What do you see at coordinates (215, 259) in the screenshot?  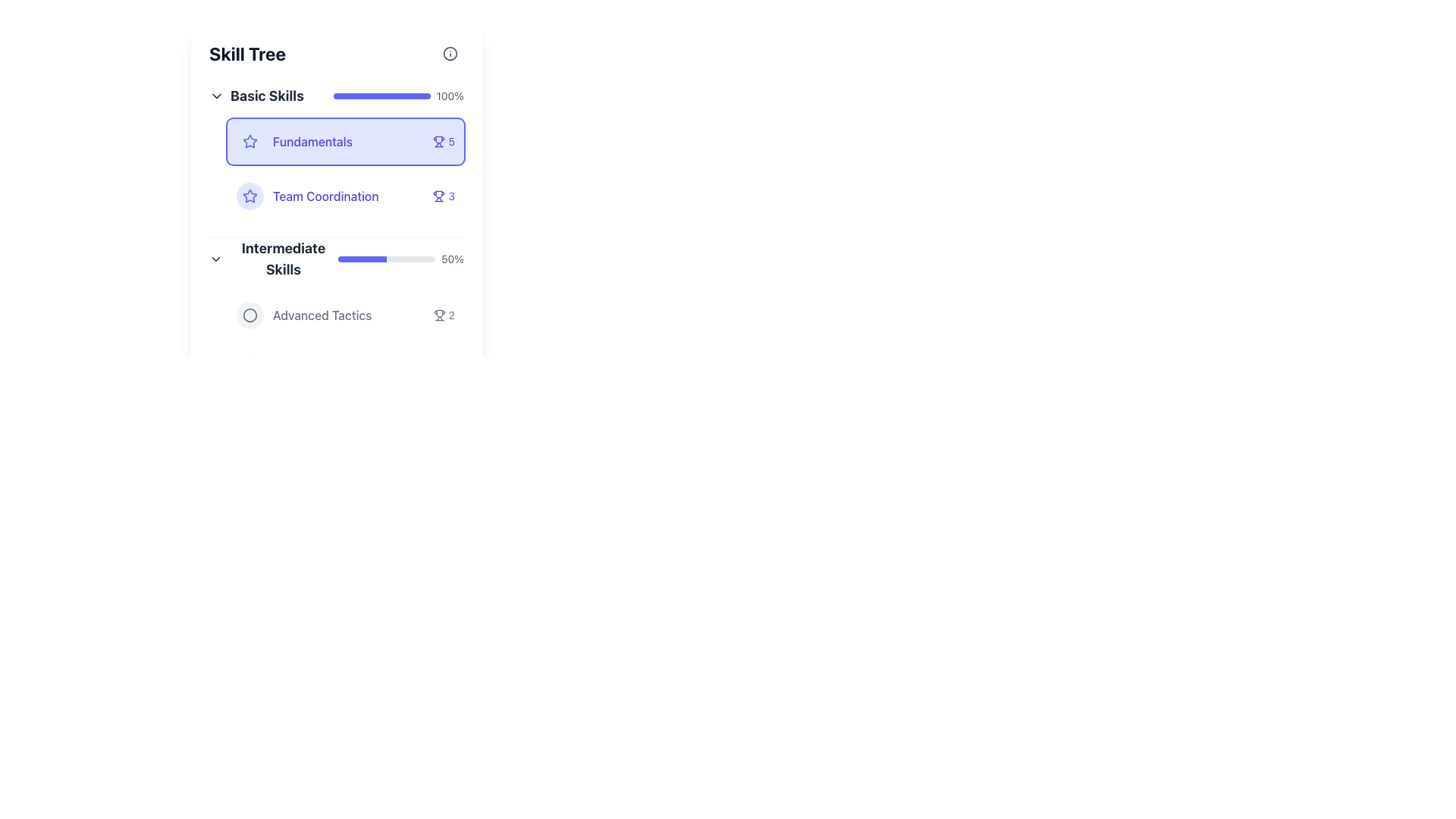 I see `the Chevron icon located to the left of the 'Intermediate Skills' text` at bounding box center [215, 259].